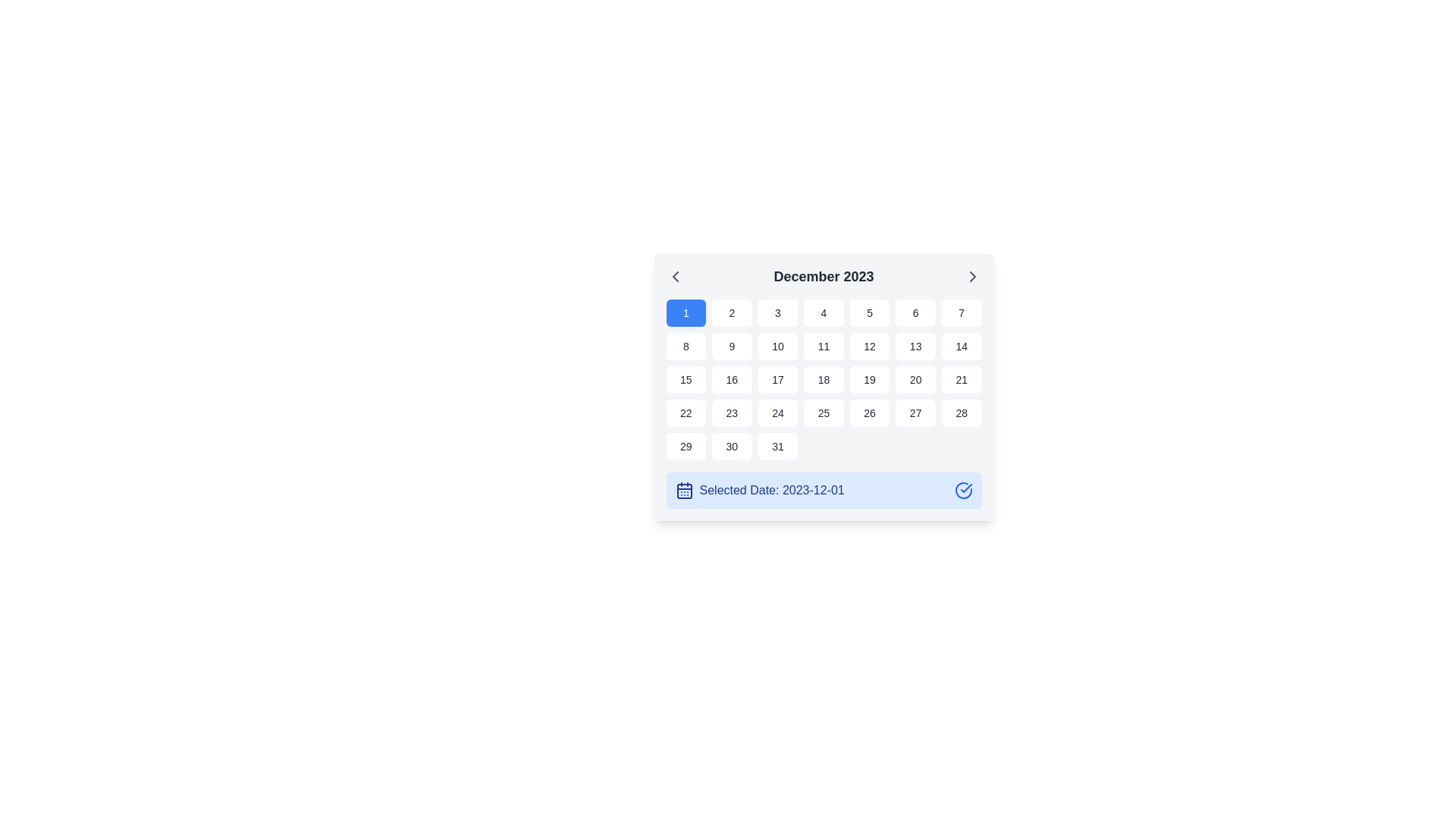  Describe the element at coordinates (870, 346) in the screenshot. I see `the button displaying the number '12' with a white background and gray text color, which is located in the second row and fifth column of the grid layout` at that location.